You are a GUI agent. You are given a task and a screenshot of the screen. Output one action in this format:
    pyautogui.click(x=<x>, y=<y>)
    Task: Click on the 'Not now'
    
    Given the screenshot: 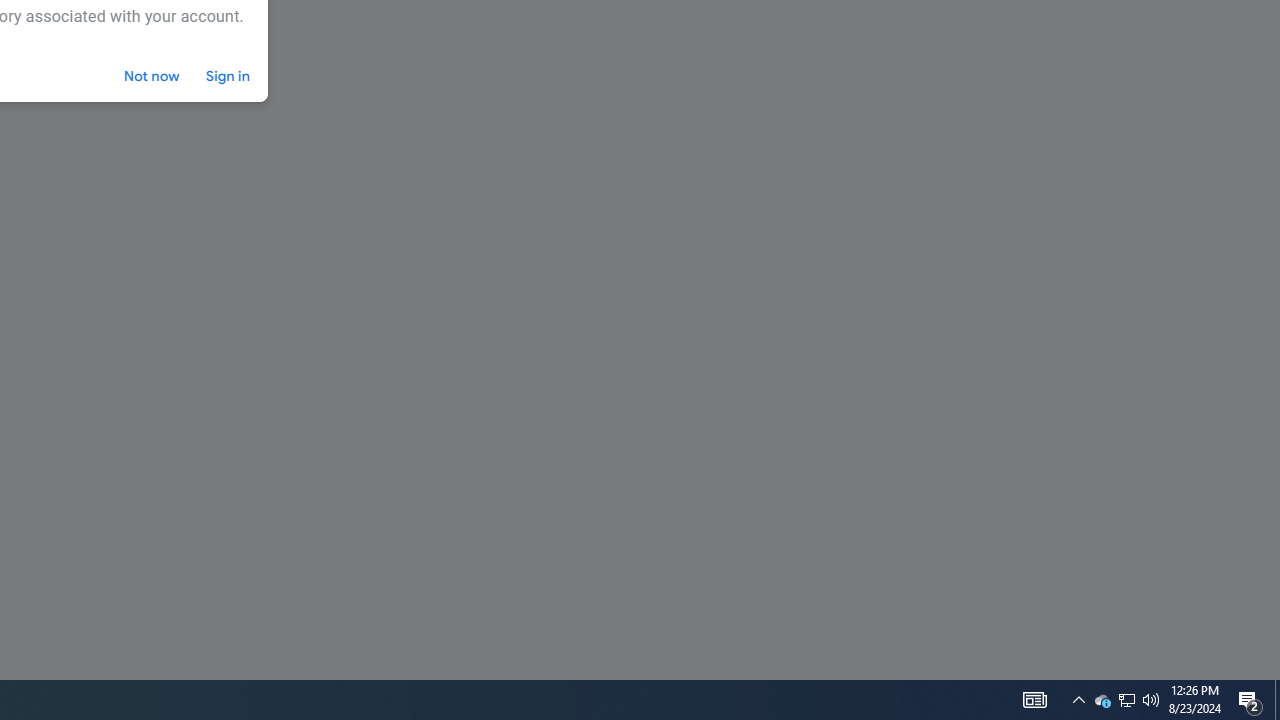 What is the action you would take?
    pyautogui.click(x=151, y=75)
    